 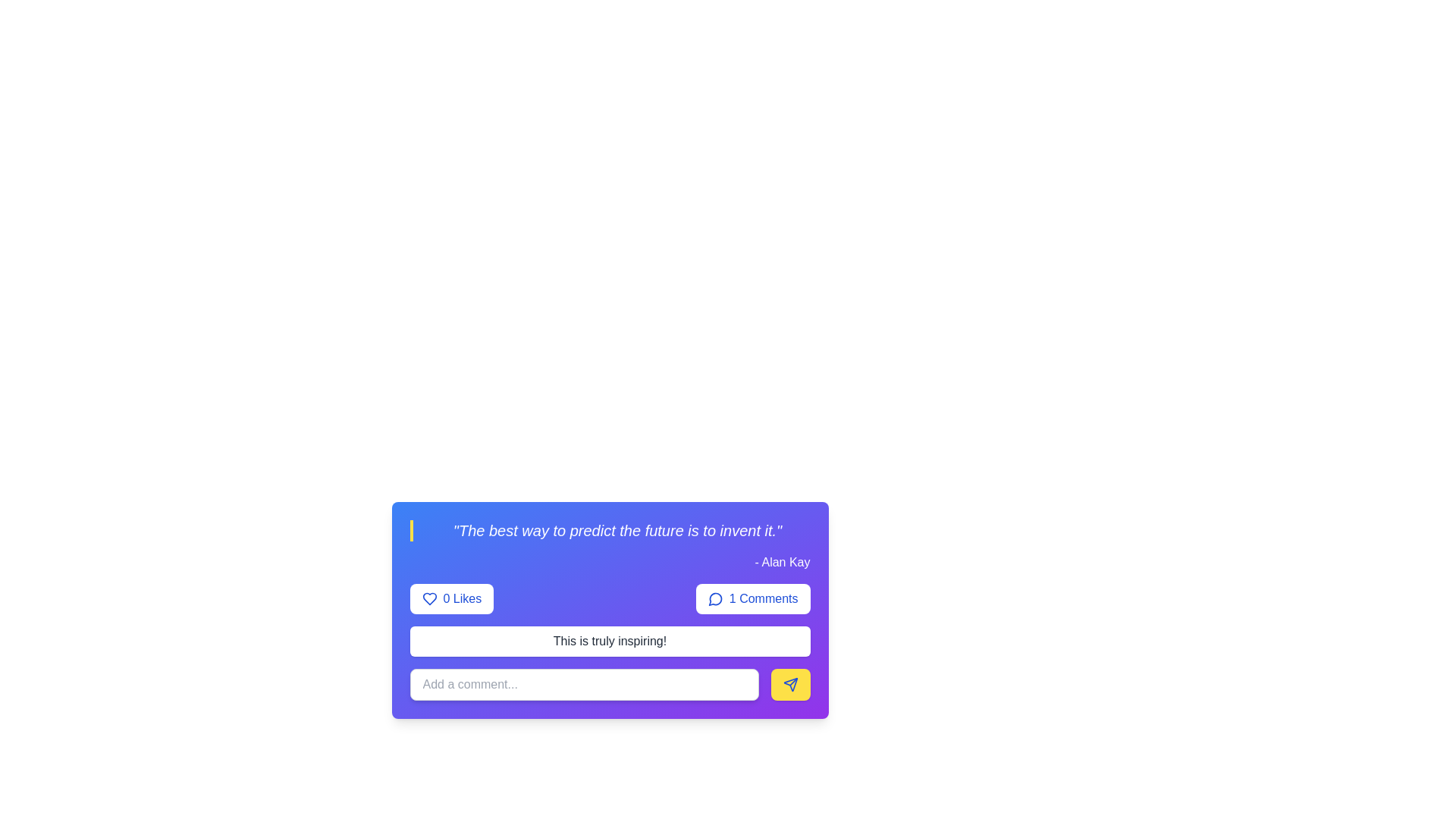 I want to click on the text label displaying '0 Likes' in blue text, which is located to the right of a heart-shaped icon within a white button, so click(x=461, y=598).